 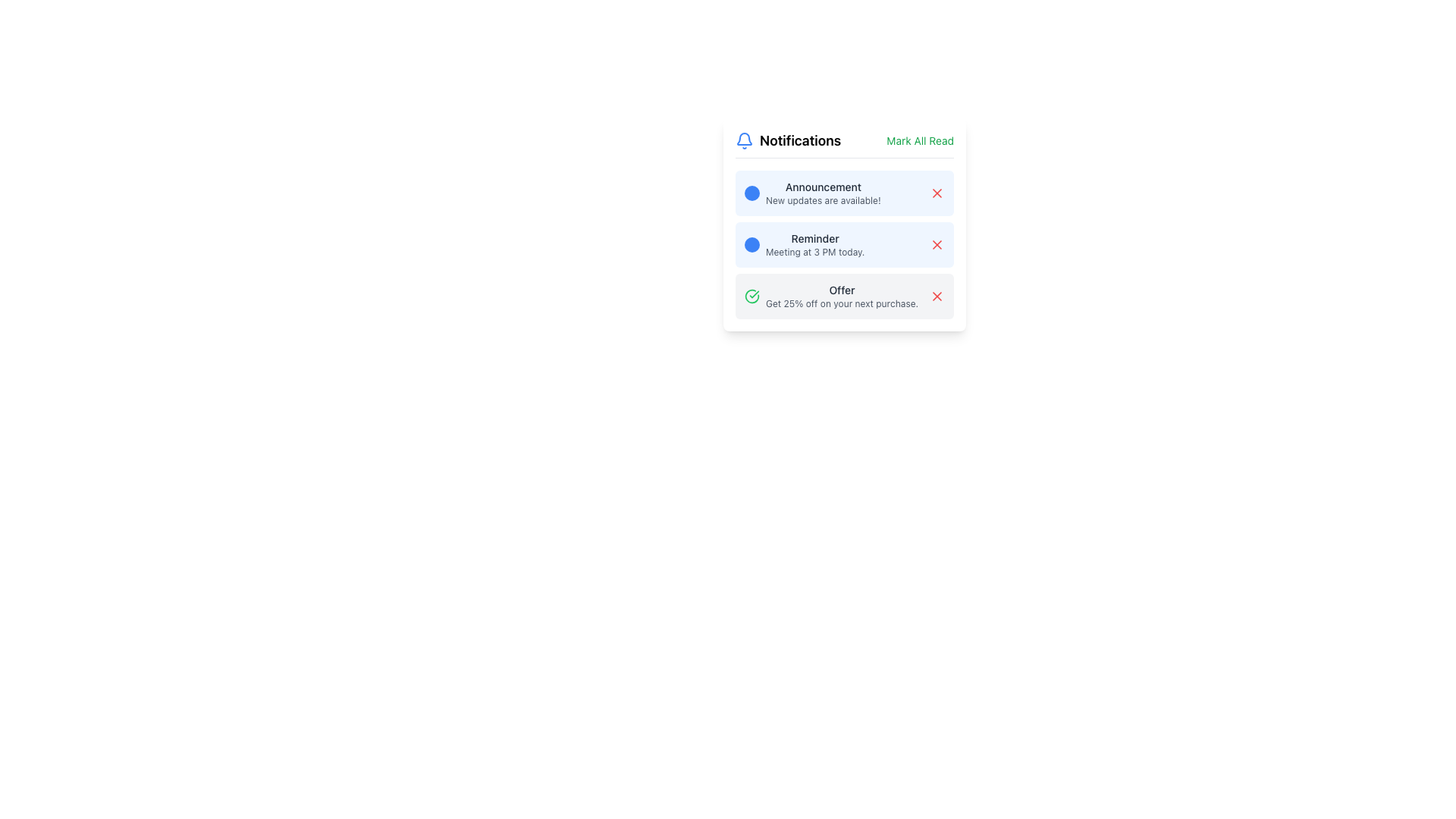 I want to click on the static text label titled 'Announcement' located at the top of the notification, which summarizes the update's subject, so click(x=822, y=186).